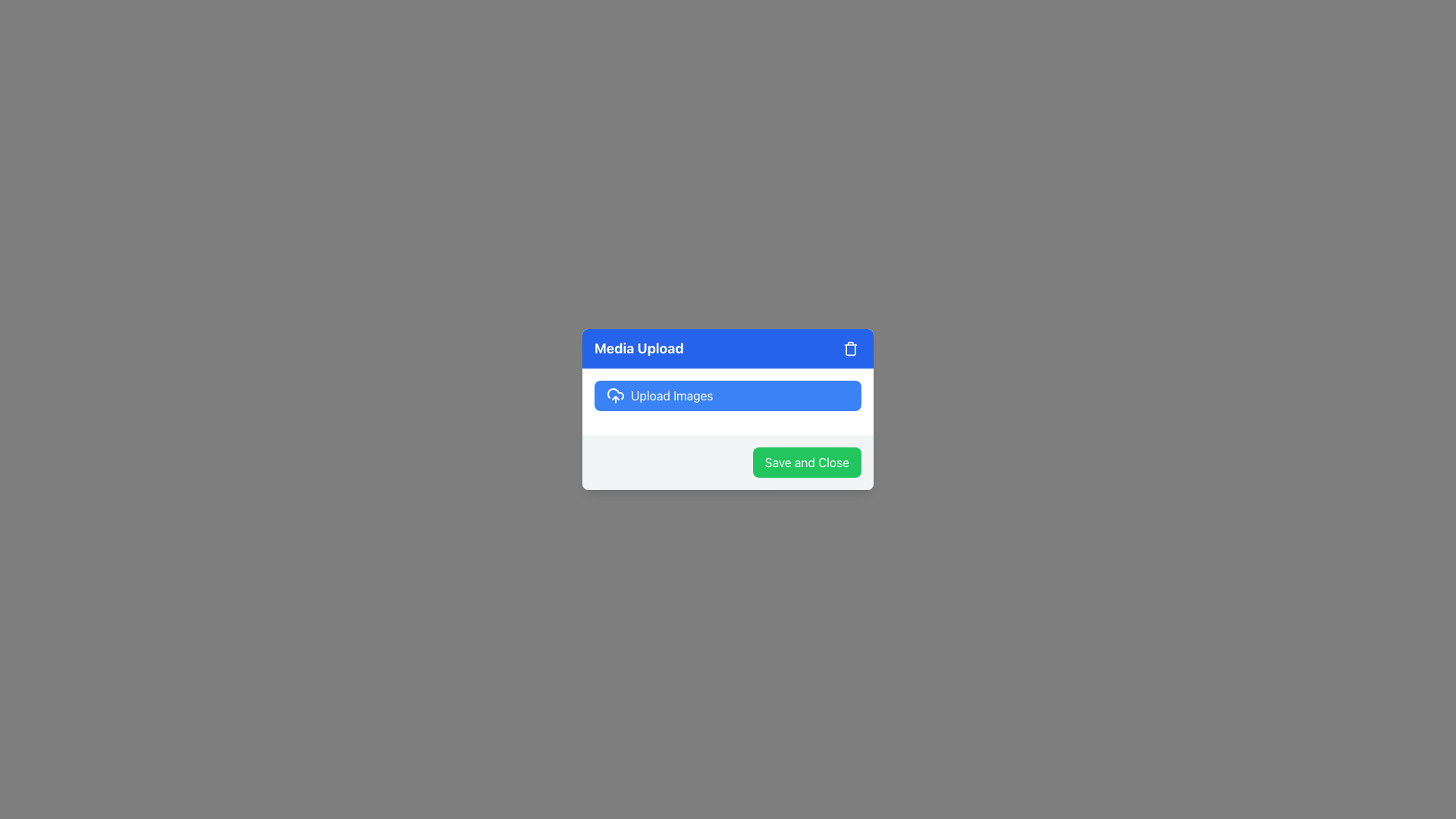 This screenshot has height=819, width=1456. Describe the element at coordinates (851, 348) in the screenshot. I see `the delete icon button located in the top-right corner of the 'Media Upload' dialog box` at that location.